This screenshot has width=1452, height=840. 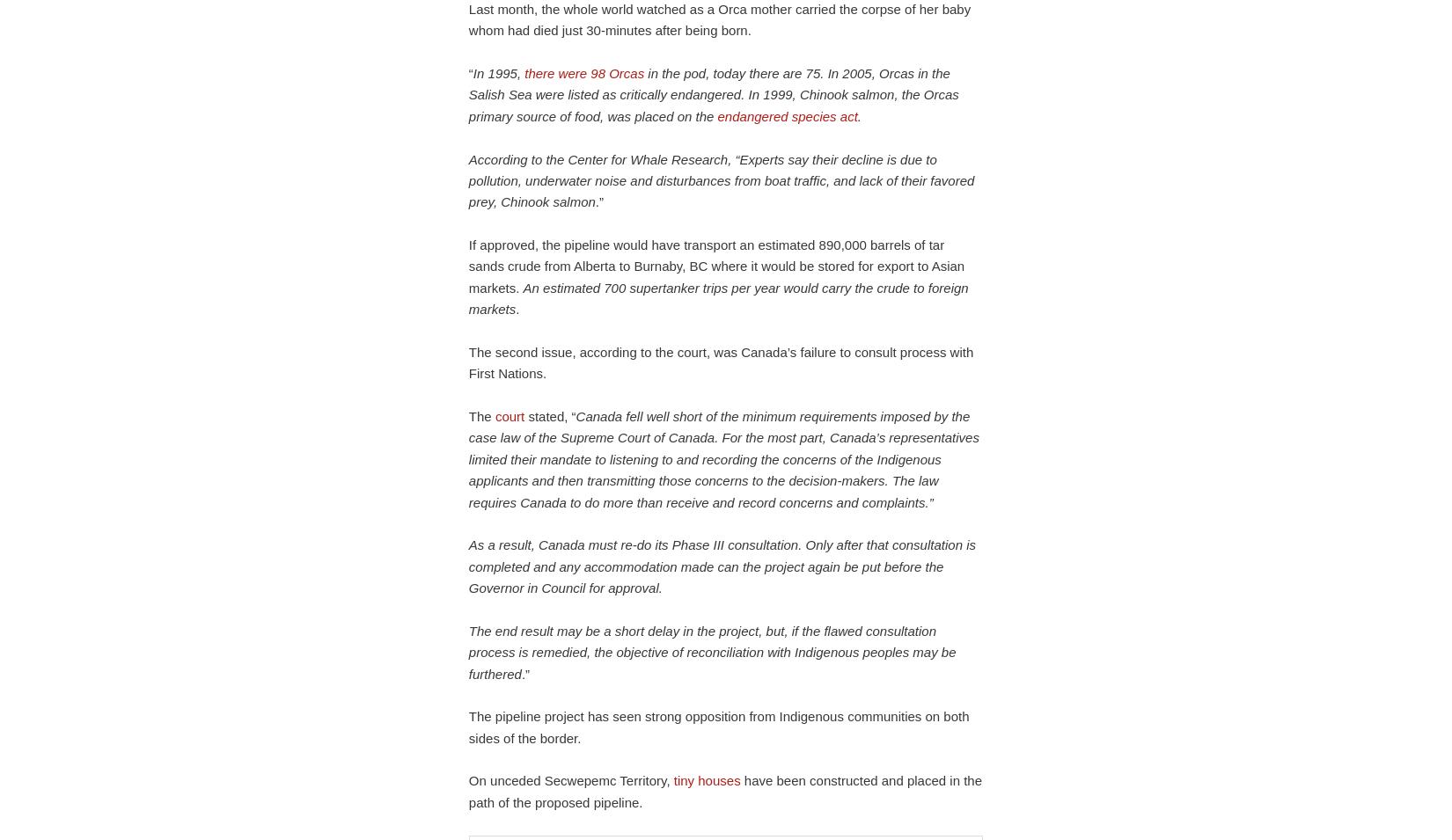 What do you see at coordinates (712, 93) in the screenshot?
I see `'in the pod, today there are 75. In 2005, Orcas in the Salish Sea were listed as critically endangered. In 1999, Chinook salmon, the Orcas primary source of food, was placed on the'` at bounding box center [712, 93].